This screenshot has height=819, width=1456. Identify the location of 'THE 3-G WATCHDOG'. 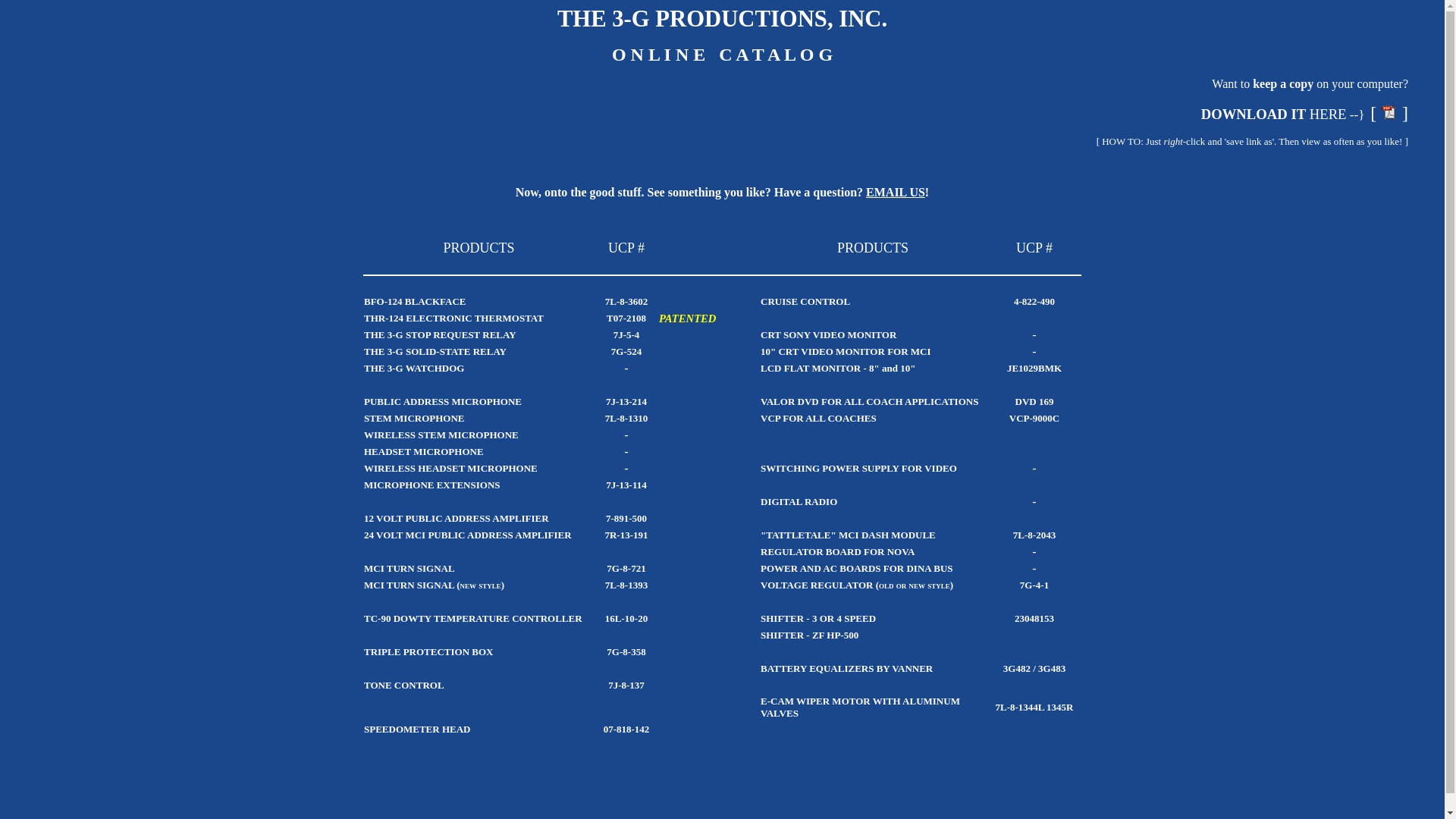
(414, 368).